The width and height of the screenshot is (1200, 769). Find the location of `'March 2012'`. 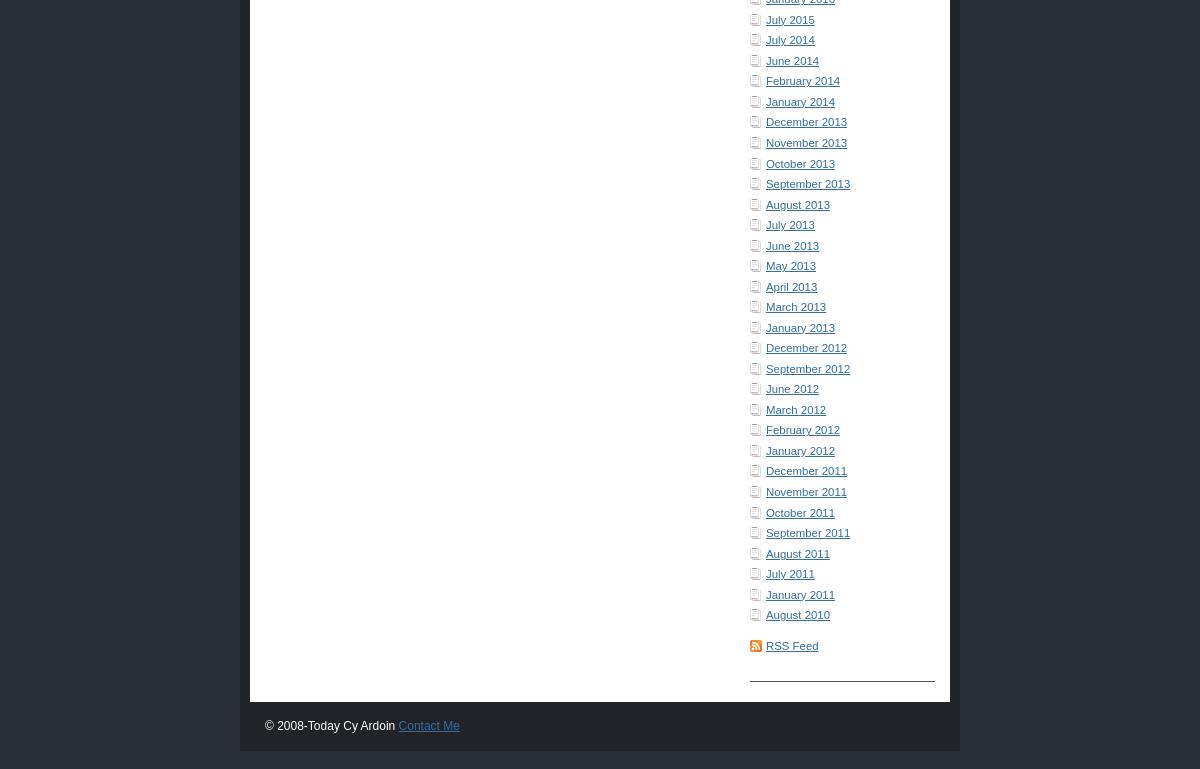

'March 2012' is located at coordinates (794, 409).